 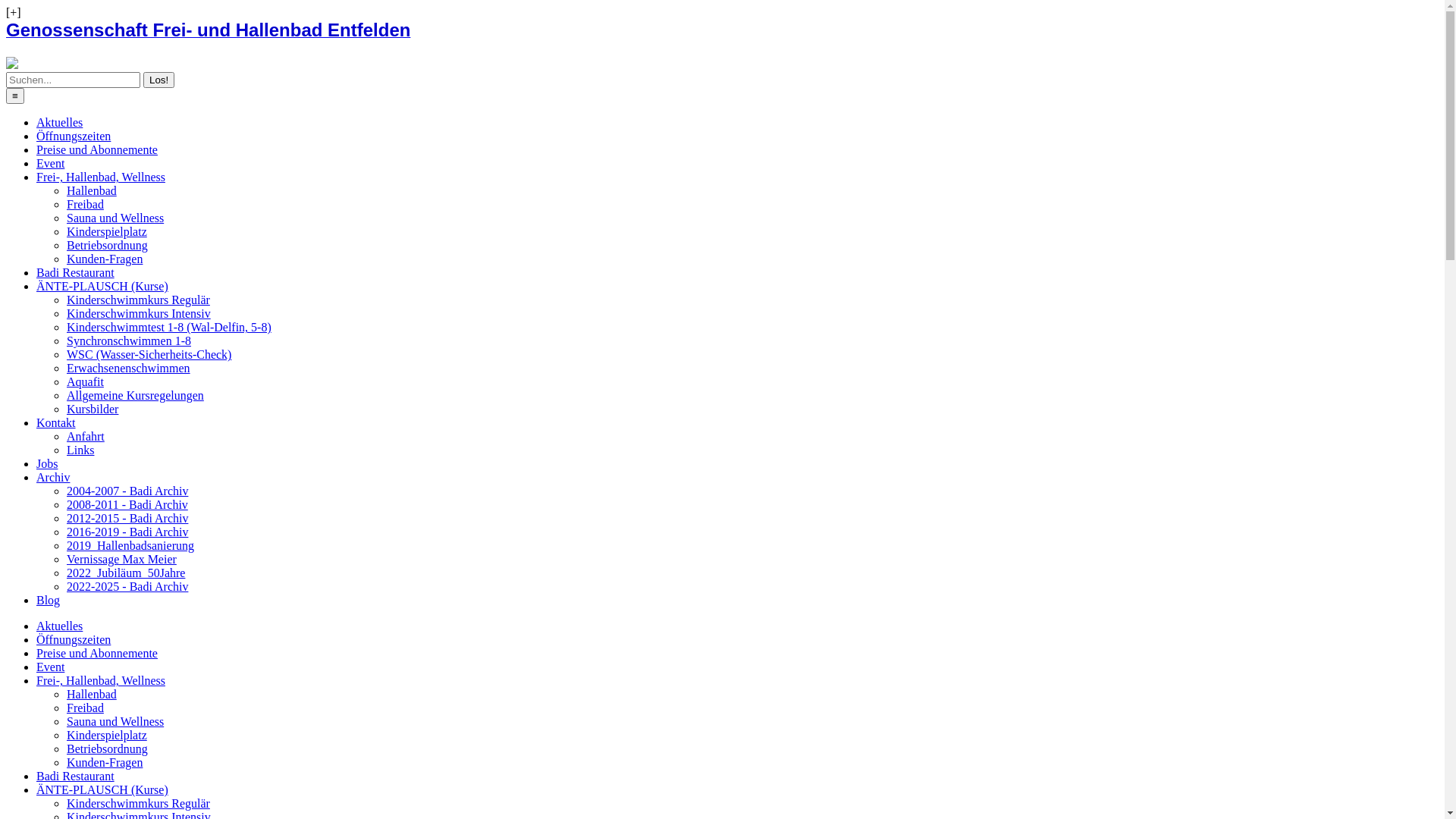 I want to click on 'Kinderschwimmkurs Intensiv', so click(x=138, y=312).